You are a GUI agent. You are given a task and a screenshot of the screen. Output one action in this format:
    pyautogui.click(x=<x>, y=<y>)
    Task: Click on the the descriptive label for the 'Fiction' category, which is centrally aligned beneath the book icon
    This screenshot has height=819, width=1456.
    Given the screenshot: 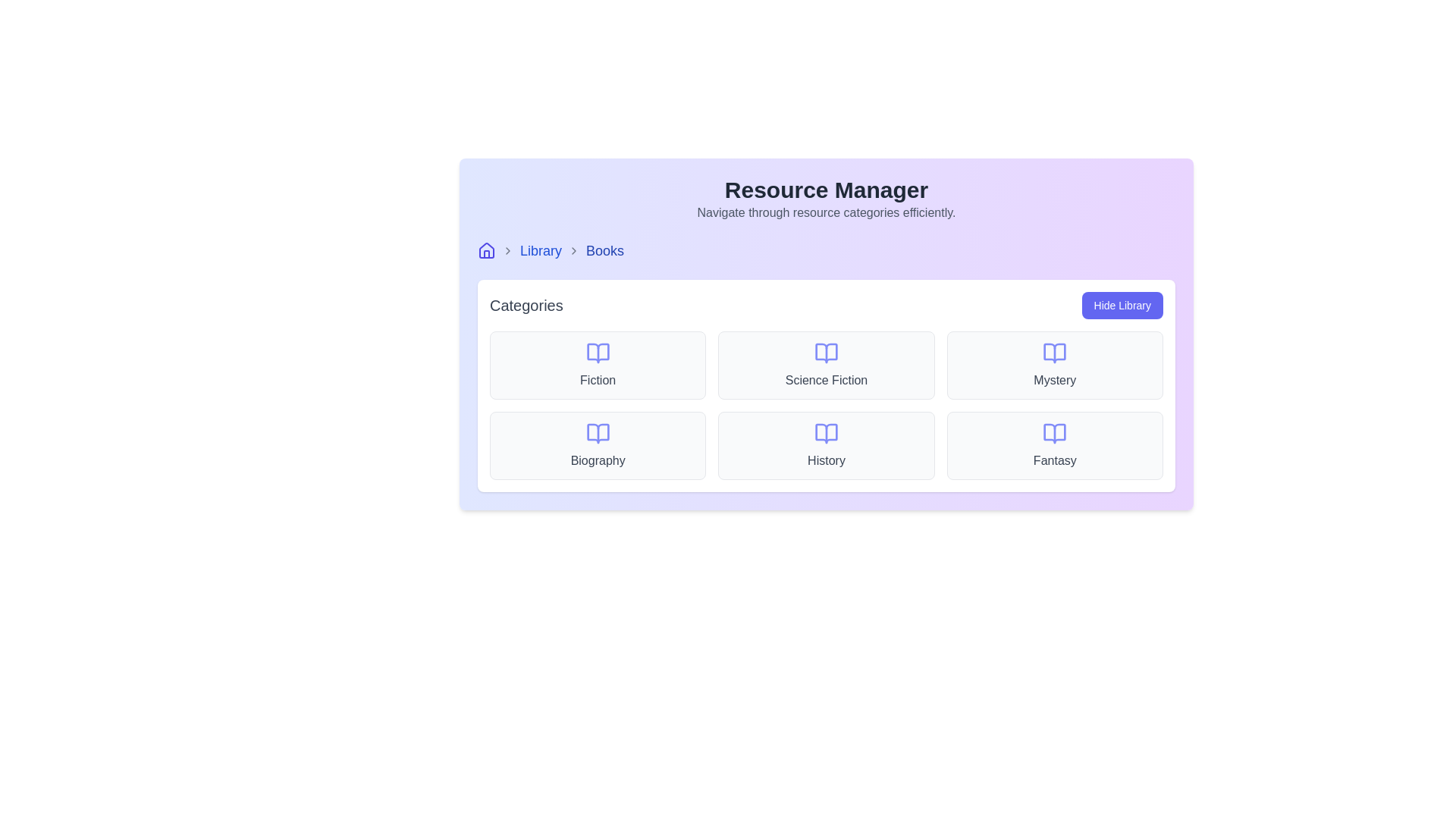 What is the action you would take?
    pyautogui.click(x=597, y=379)
    